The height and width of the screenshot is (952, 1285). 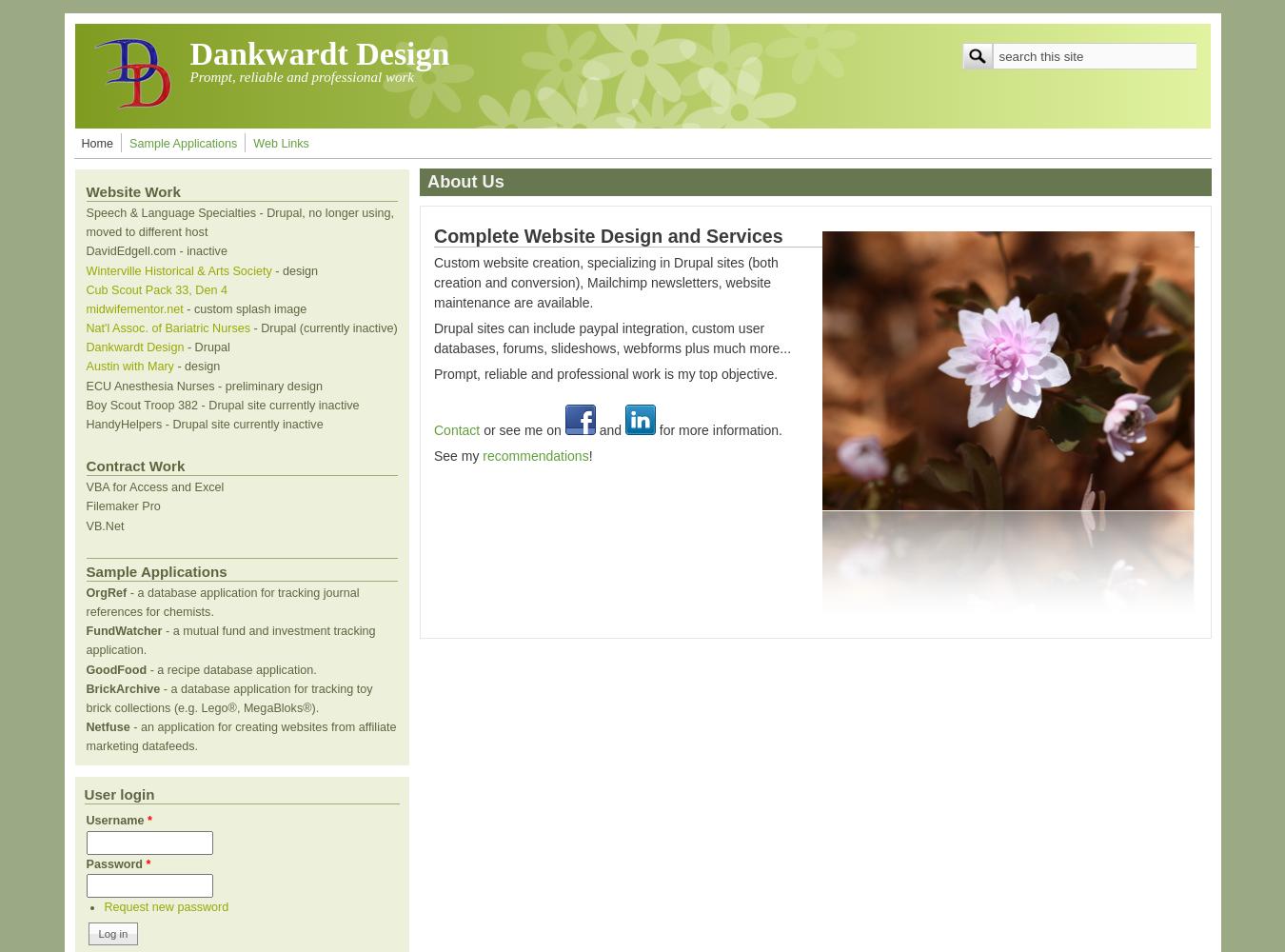 I want to click on 'recommendations', so click(x=534, y=455).